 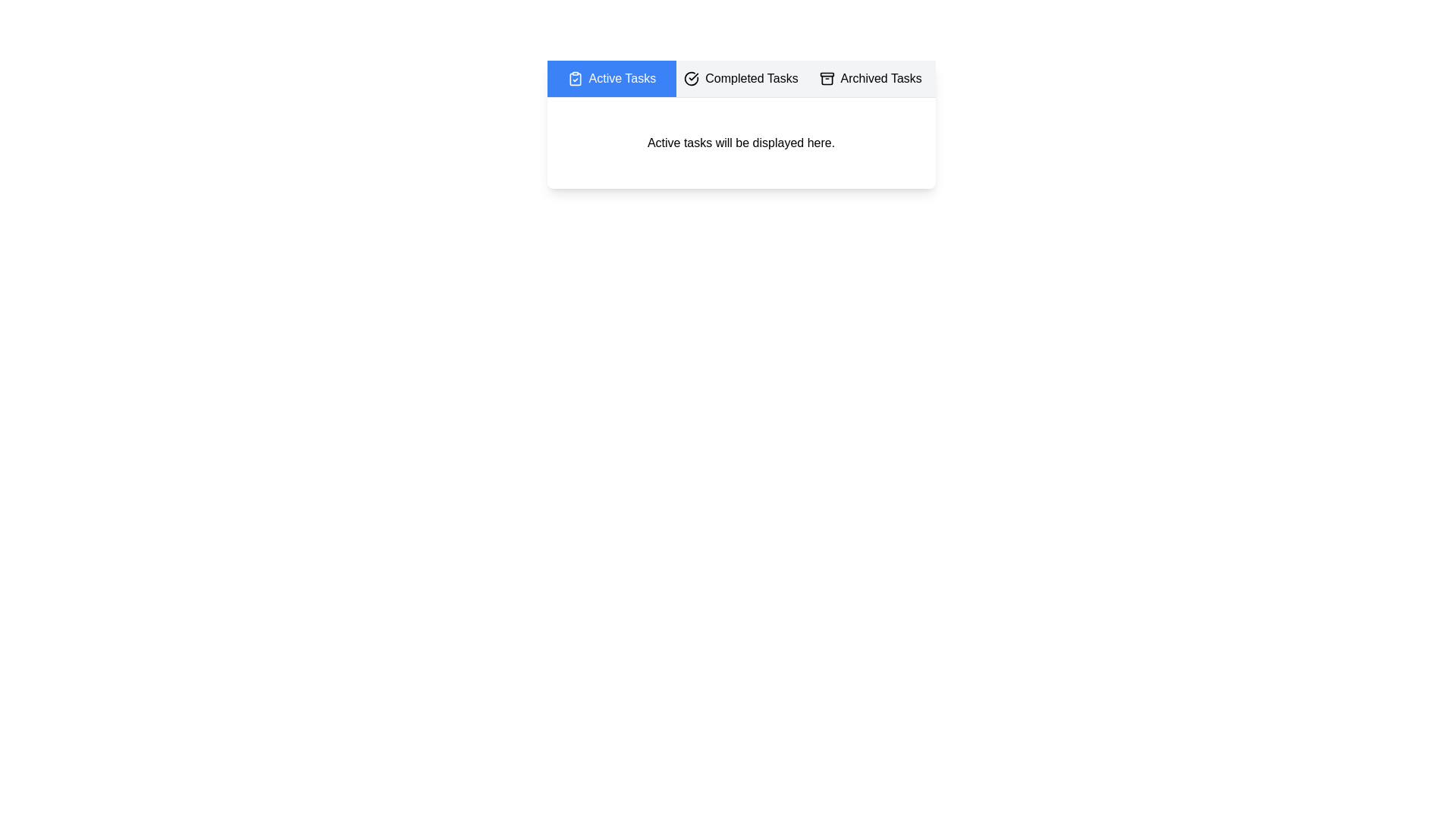 I want to click on the Active Tasks tab by clicking on it, so click(x=611, y=79).